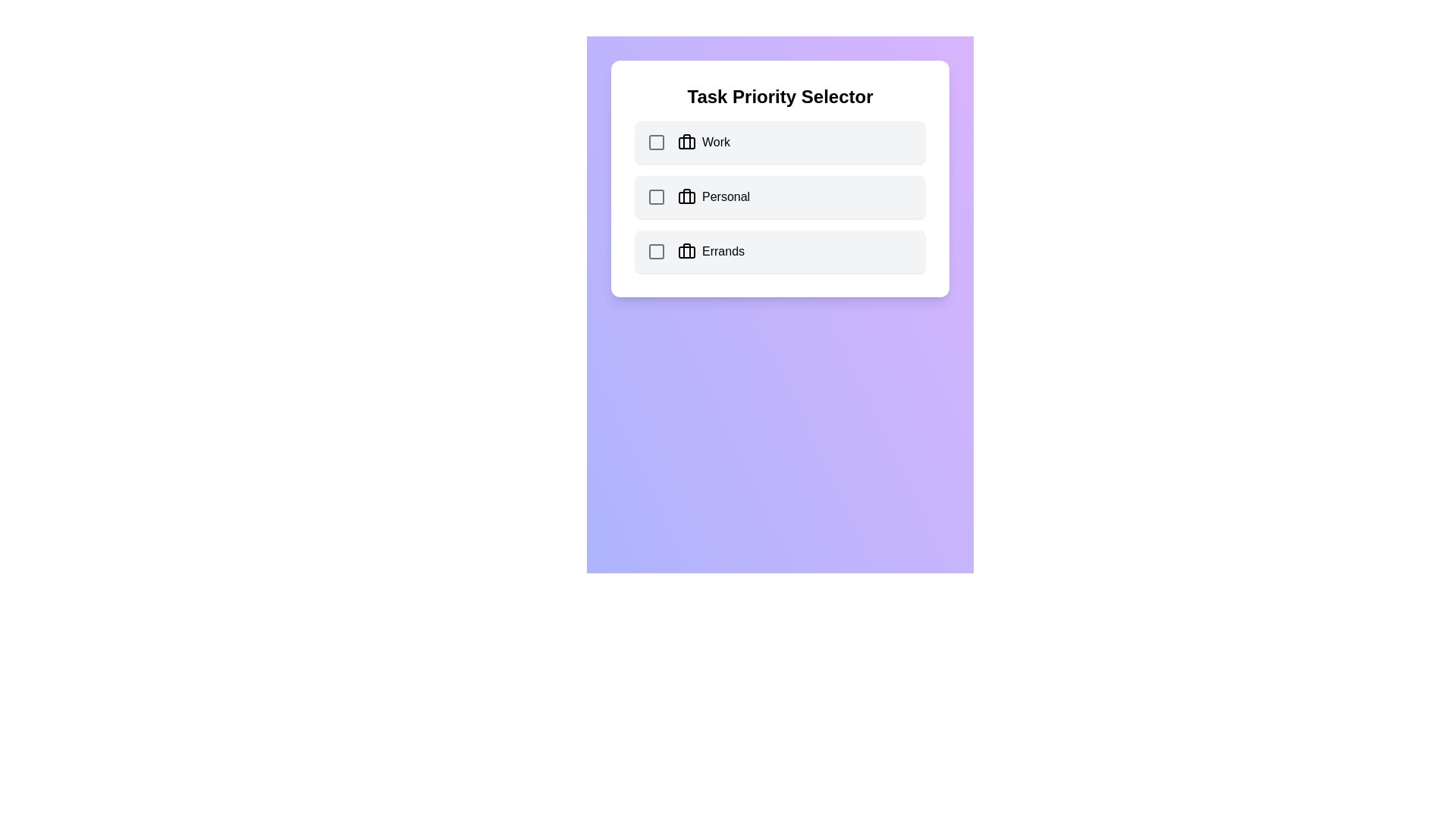  What do you see at coordinates (780, 196) in the screenshot?
I see `the category Personal` at bounding box center [780, 196].